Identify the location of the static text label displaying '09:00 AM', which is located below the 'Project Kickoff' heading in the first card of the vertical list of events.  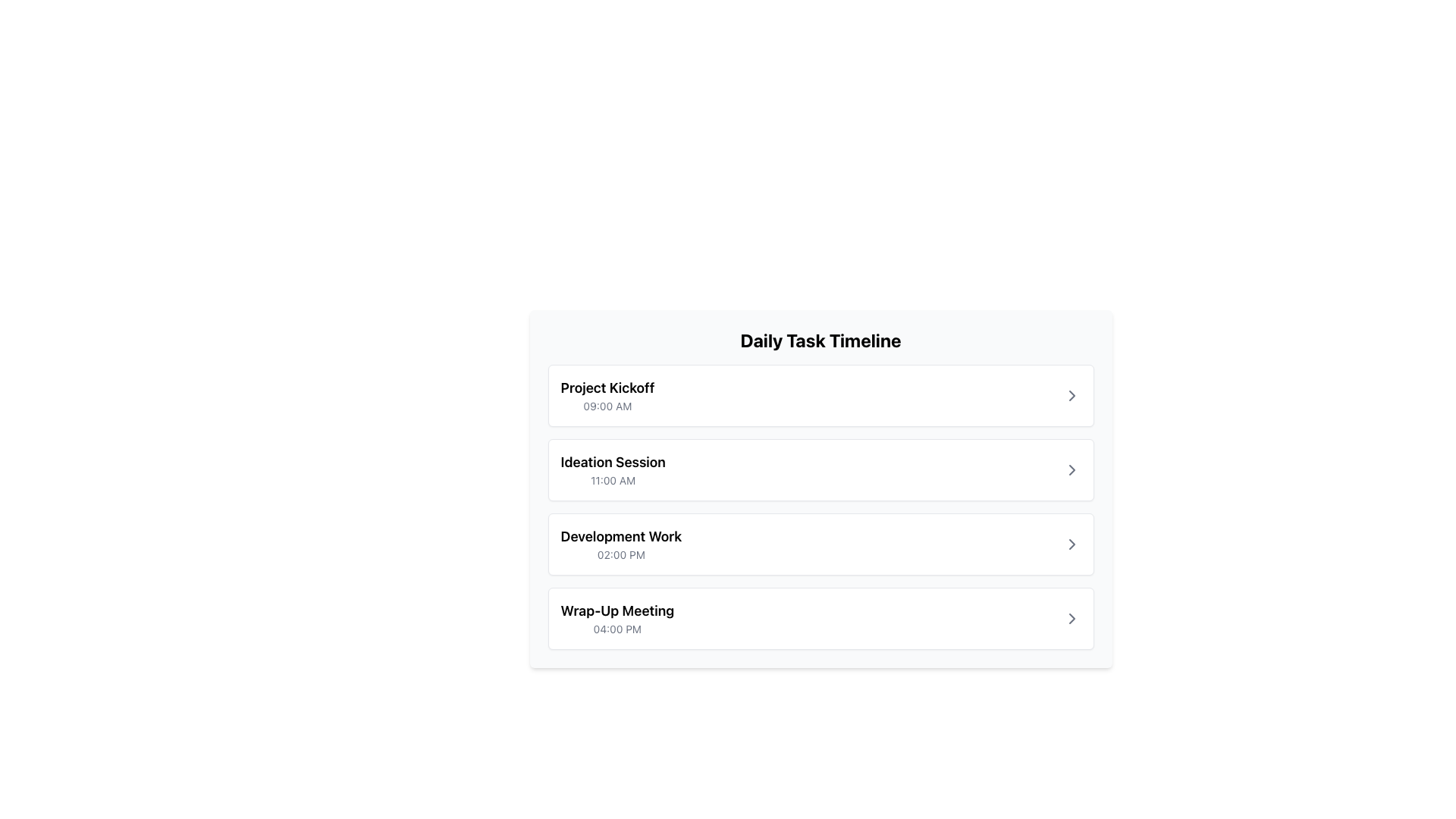
(607, 406).